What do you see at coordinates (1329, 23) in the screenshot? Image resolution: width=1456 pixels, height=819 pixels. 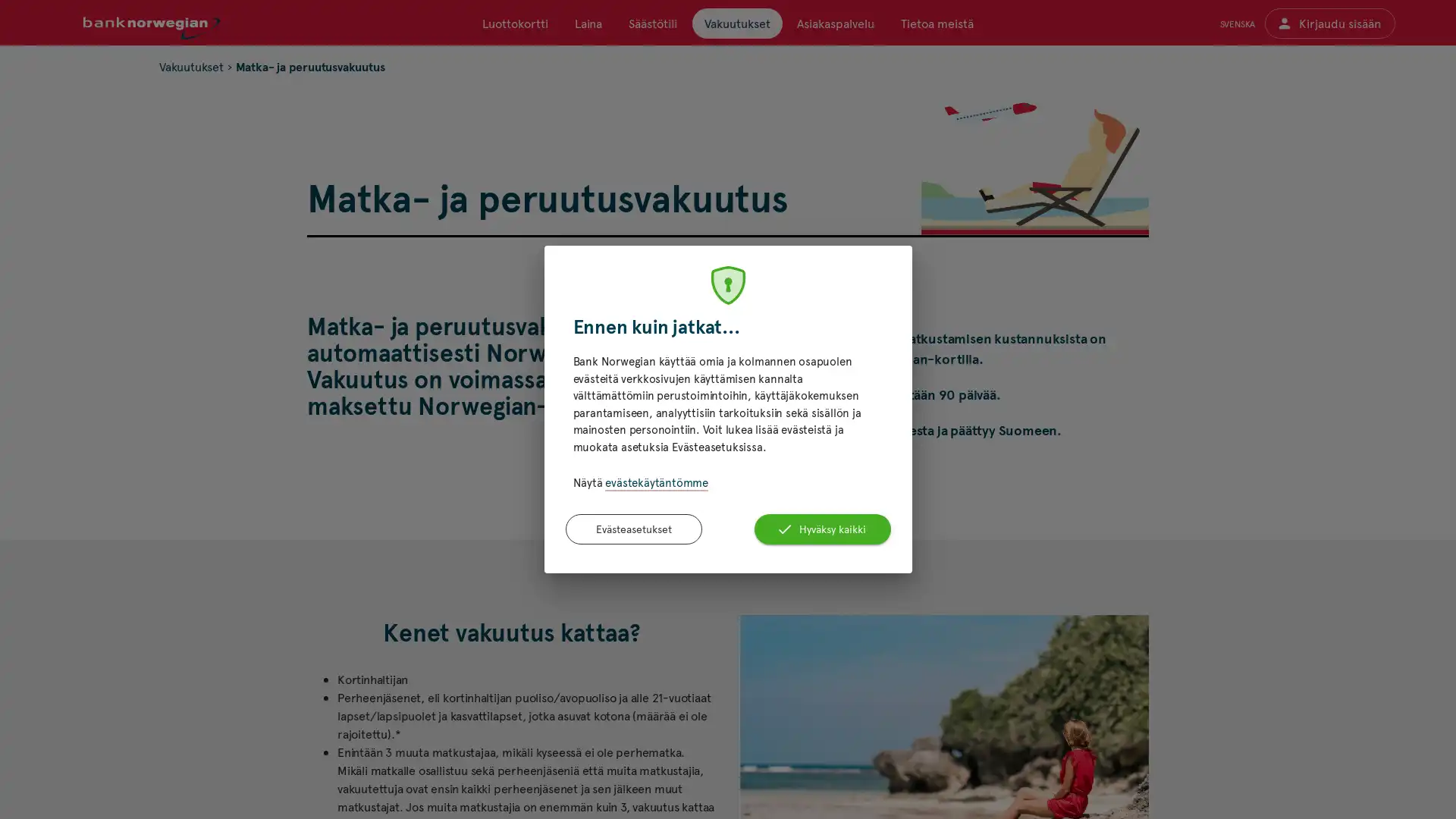 I see `Kirjaudu sisaan` at bounding box center [1329, 23].